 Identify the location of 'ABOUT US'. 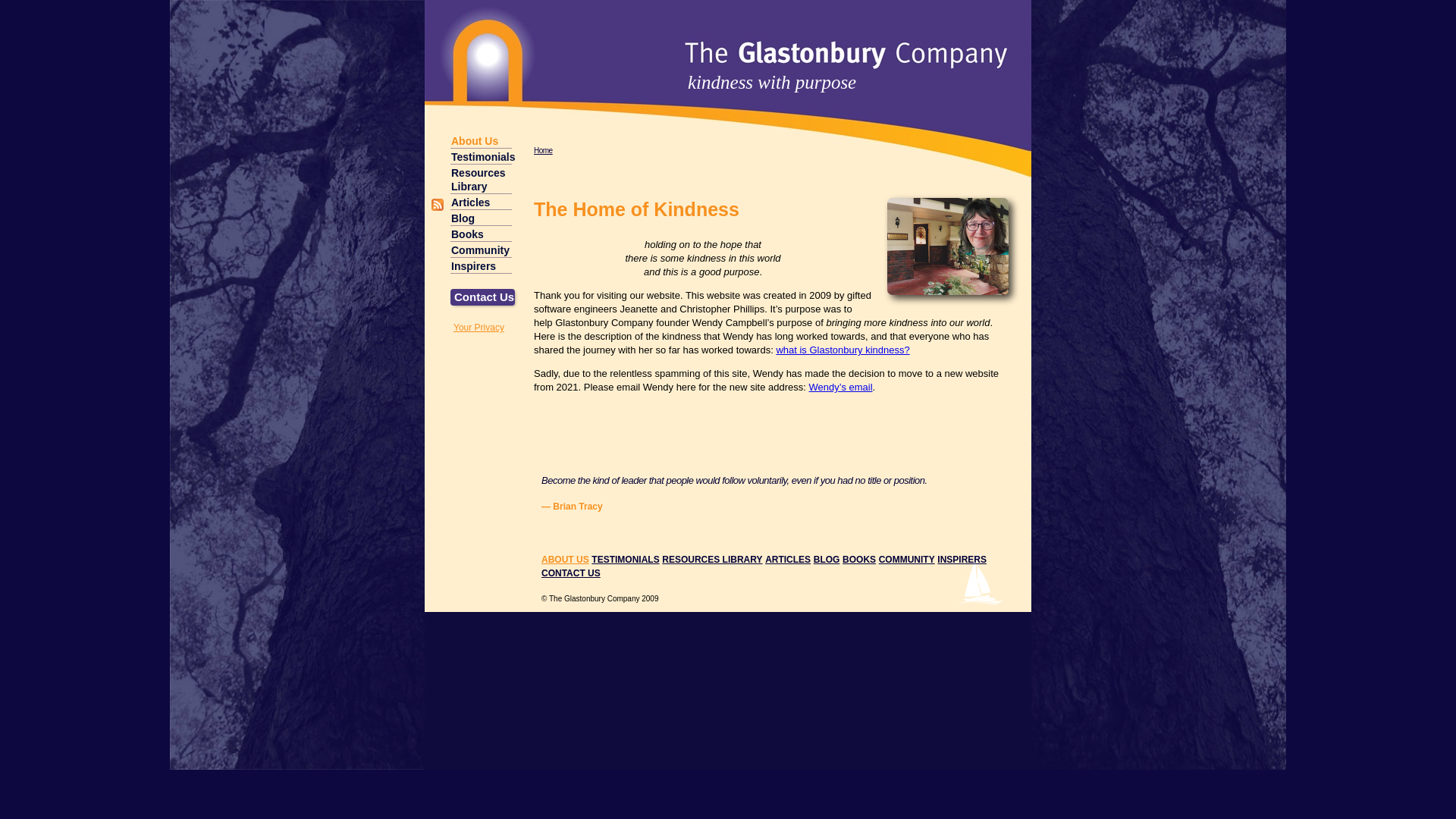
(564, 559).